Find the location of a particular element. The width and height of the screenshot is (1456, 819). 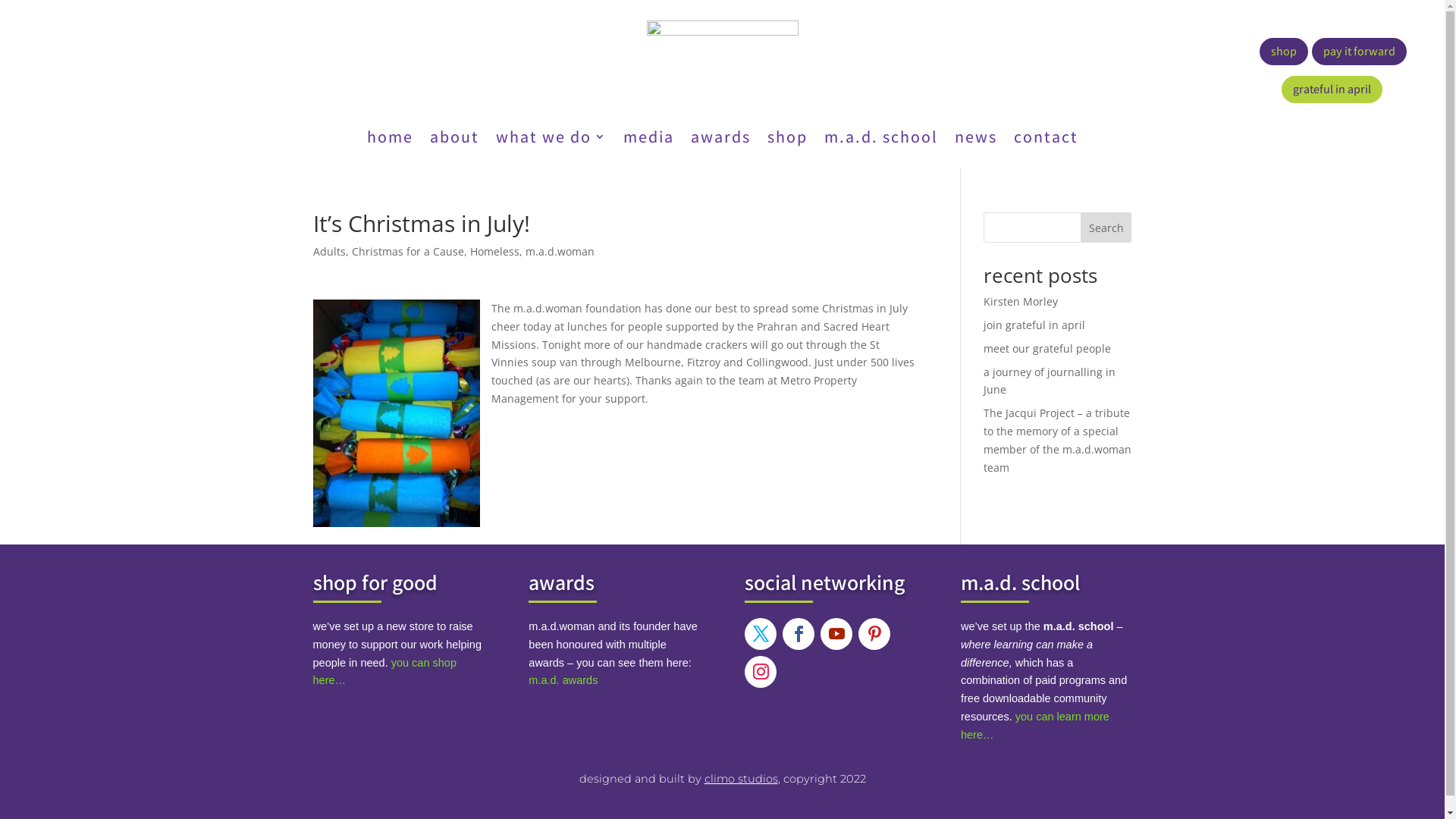

'home' is located at coordinates (367, 140).